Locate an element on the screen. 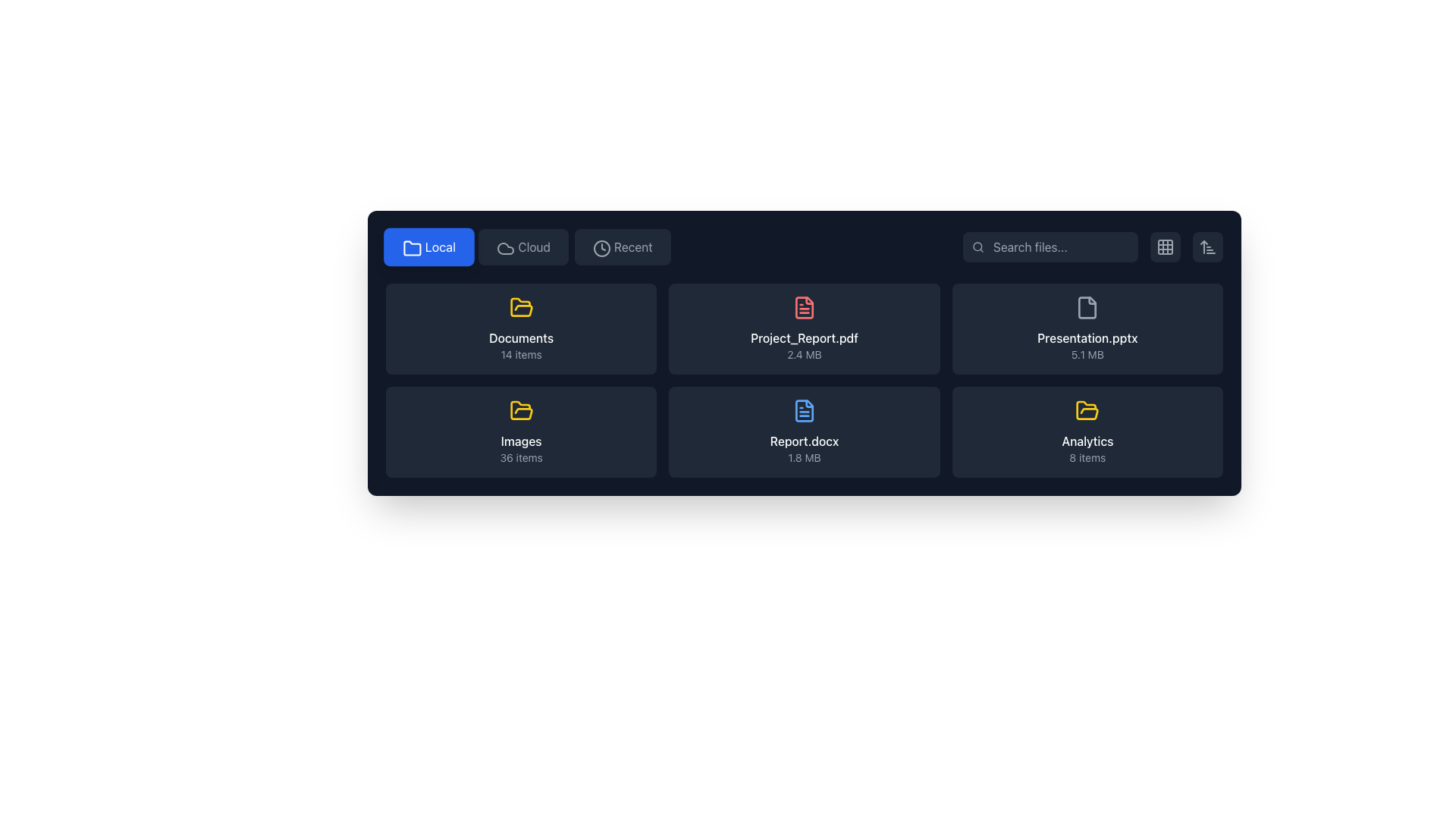 The height and width of the screenshot is (819, 1456). the text label 'Project_Report.pdf' for accessibility by moving the cursor to its center is located at coordinates (803, 337).